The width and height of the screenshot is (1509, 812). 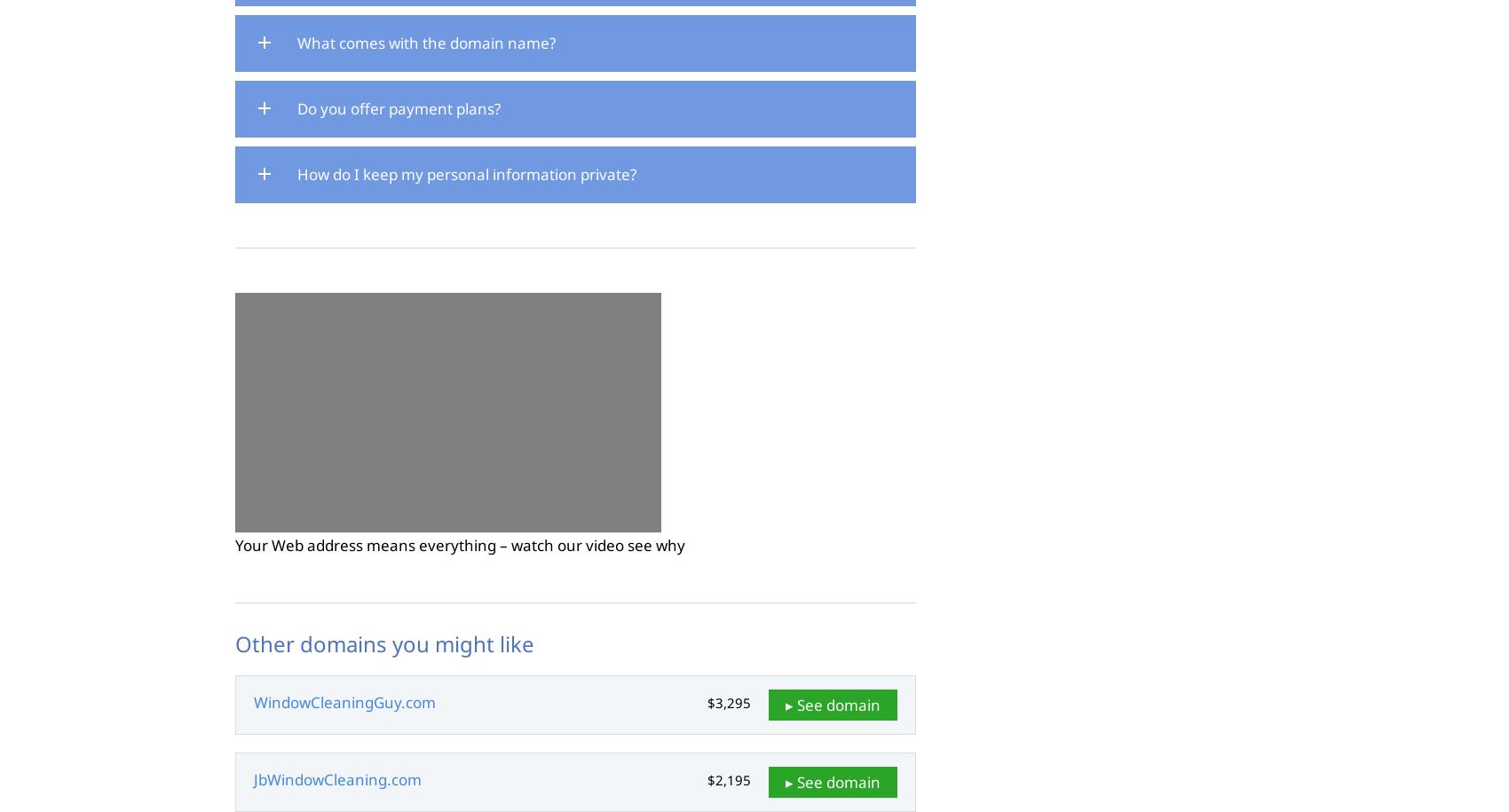 I want to click on 'How do I keep my personal information private?', so click(x=466, y=172).